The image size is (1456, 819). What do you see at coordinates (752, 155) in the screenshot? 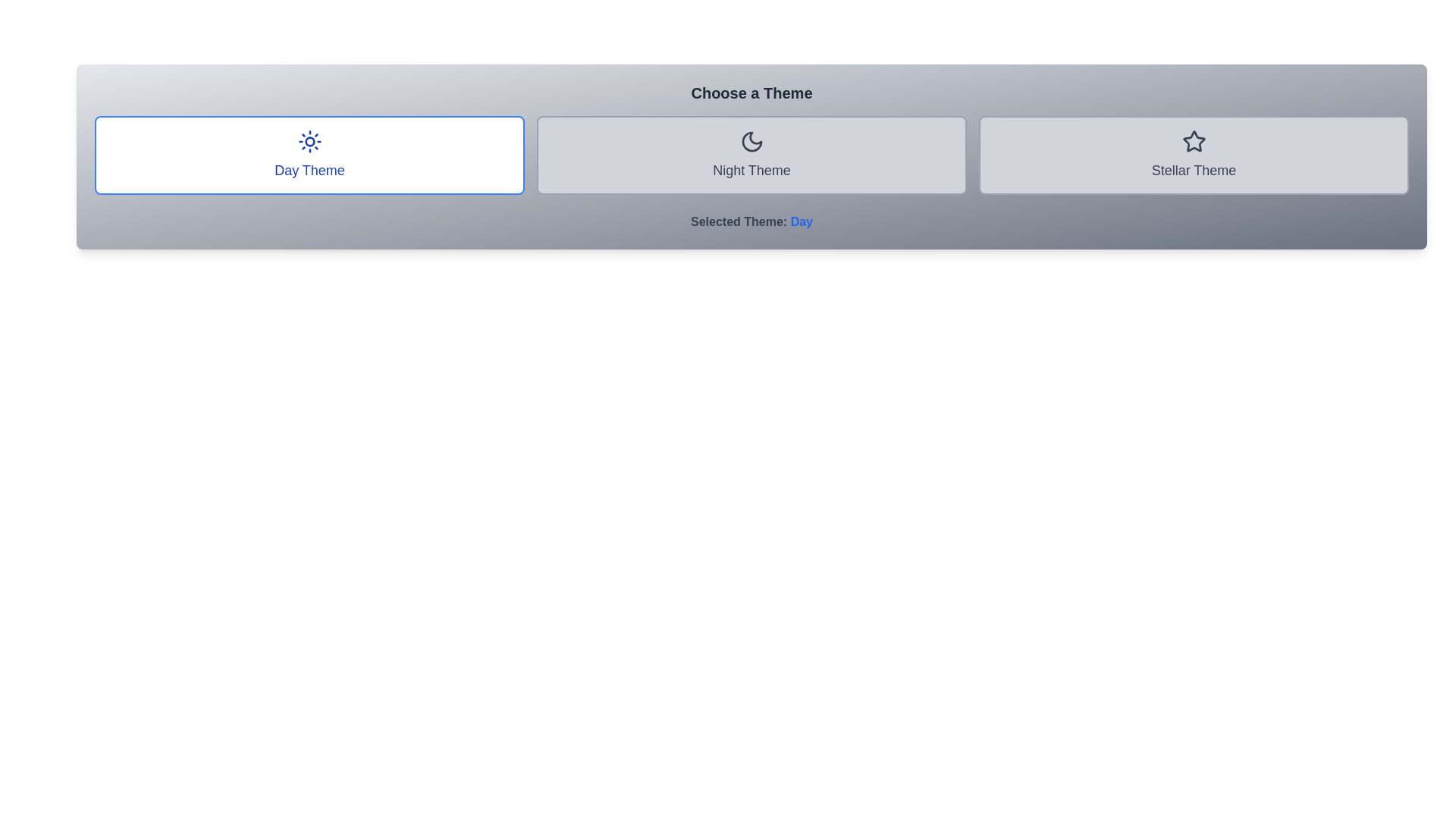
I see `the theme button corresponding to Night Theme` at bounding box center [752, 155].